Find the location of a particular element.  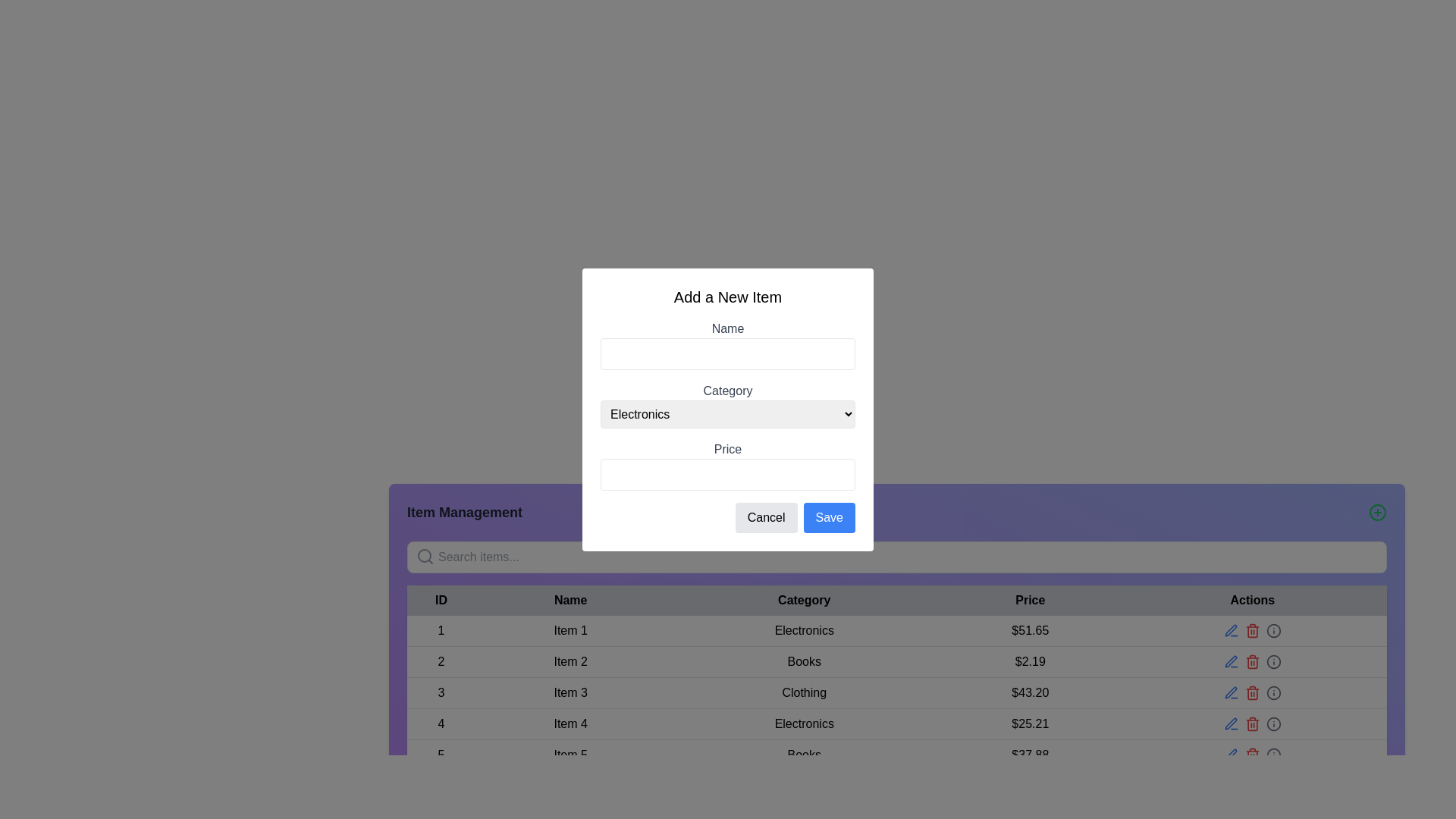

the editing icon located in the top-right corner of the toolbar is located at coordinates (1231, 723).